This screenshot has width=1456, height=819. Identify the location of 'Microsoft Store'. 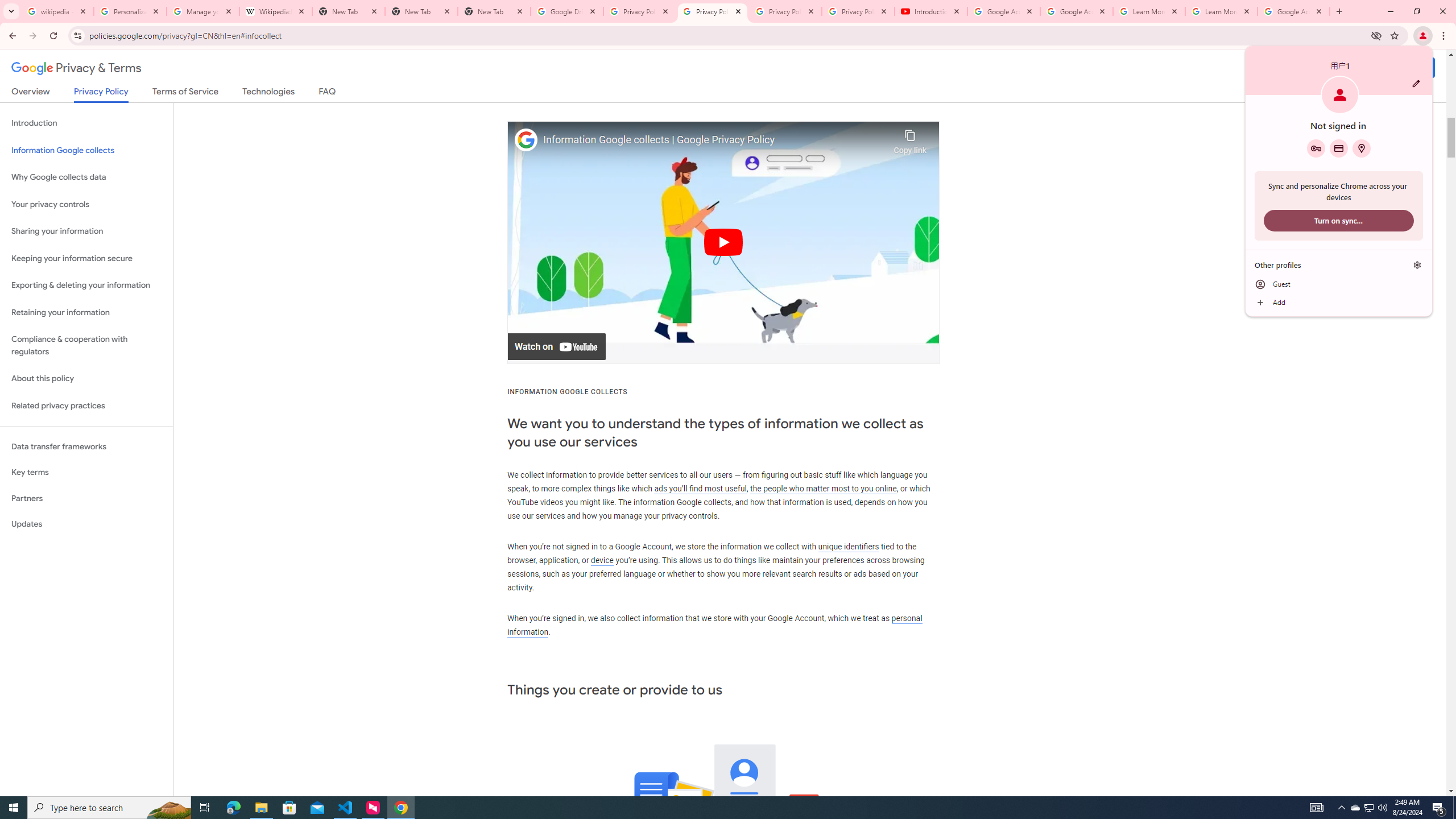
(289, 806).